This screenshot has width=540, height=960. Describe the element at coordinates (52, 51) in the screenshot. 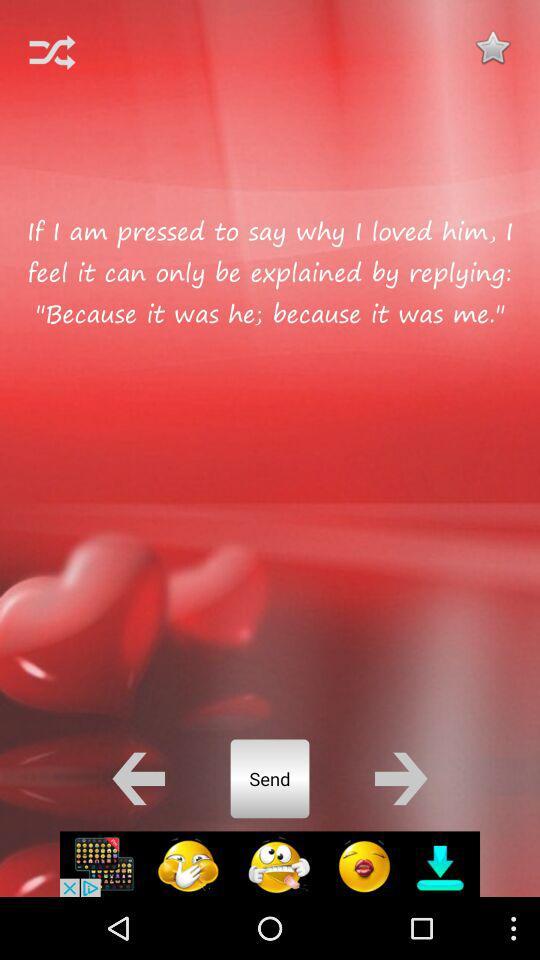

I see `connect` at that location.